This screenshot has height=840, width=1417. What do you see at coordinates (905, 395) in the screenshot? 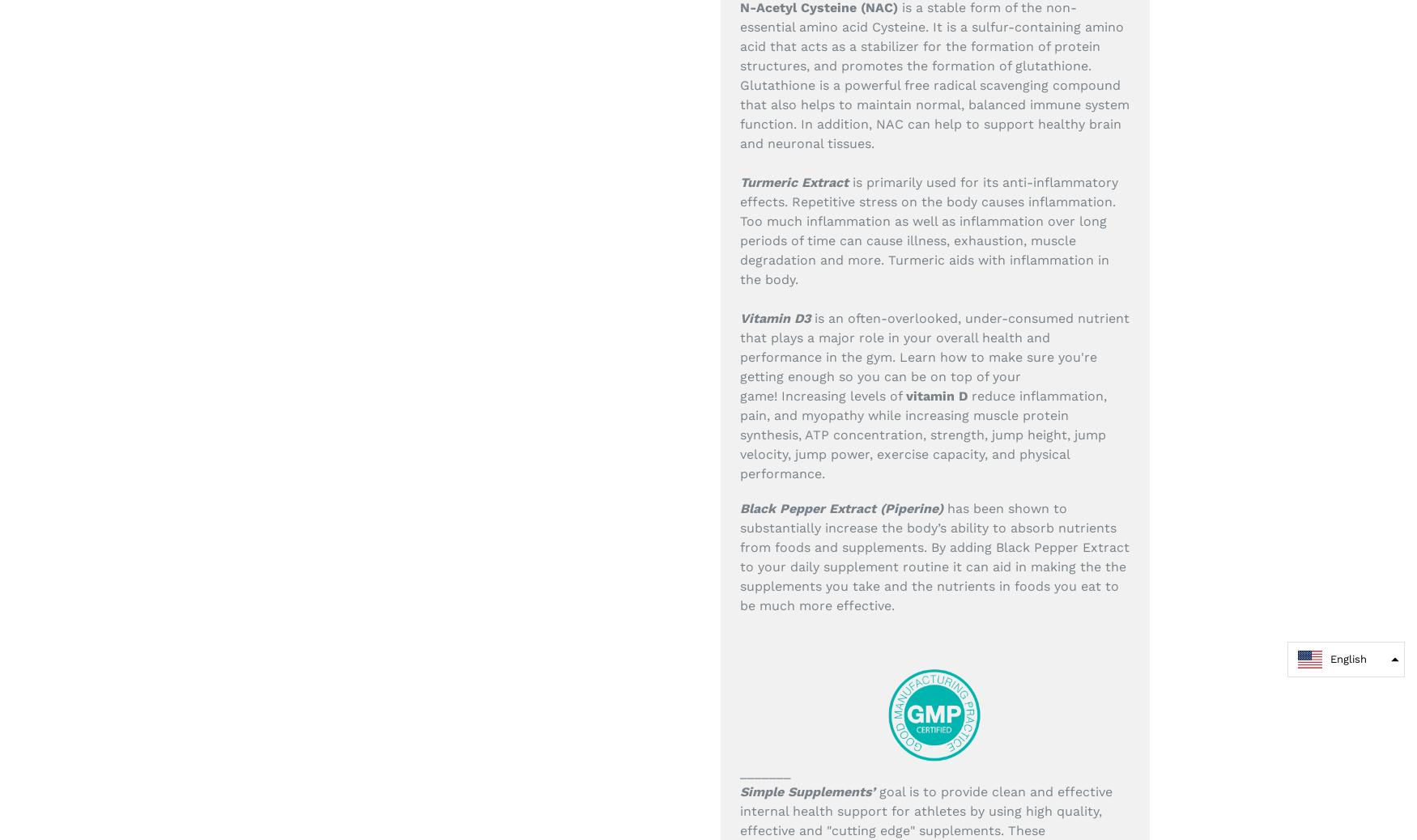
I see `'vitamin D'` at bounding box center [905, 395].